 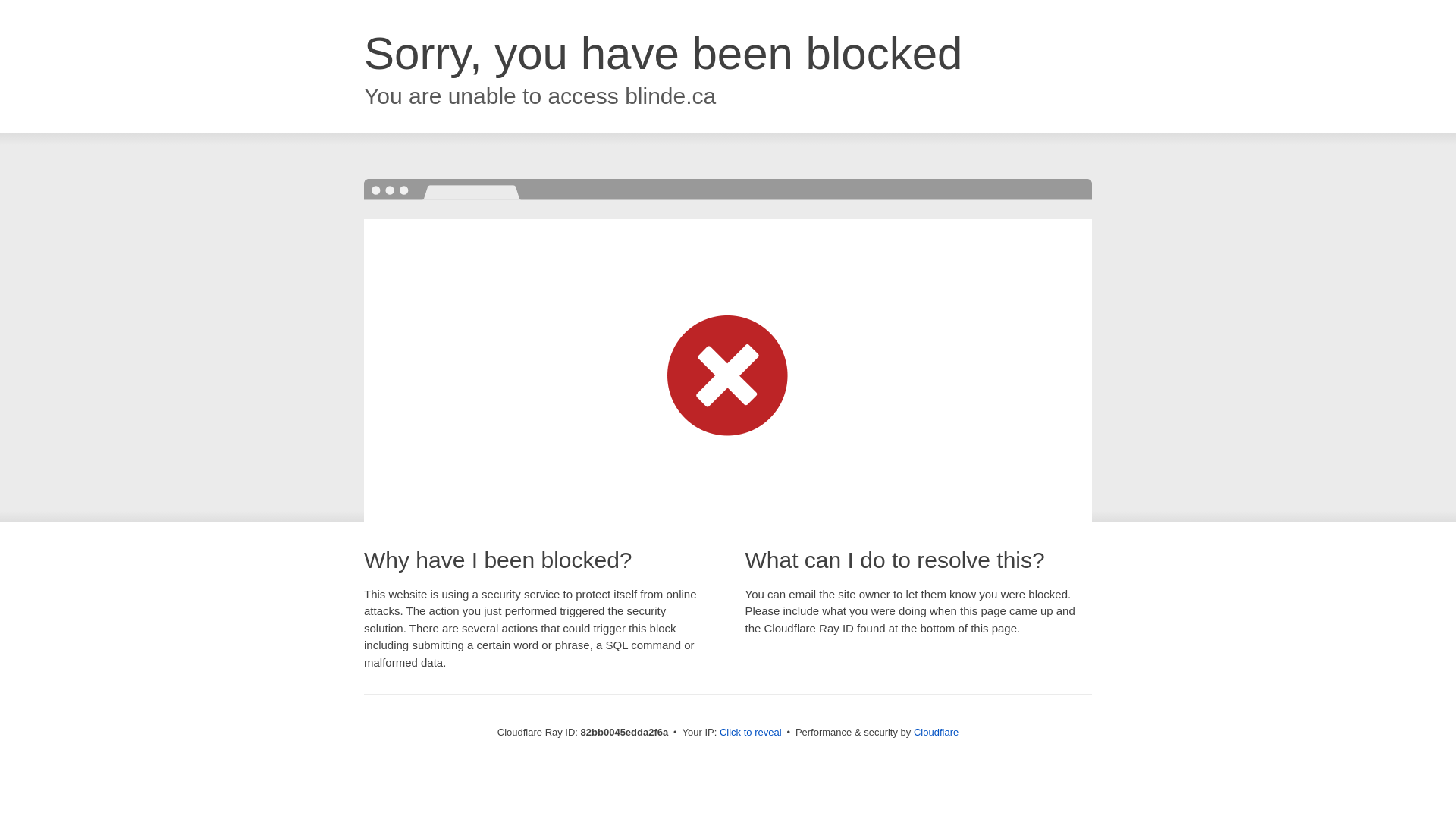 What do you see at coordinates (935, 731) in the screenshot?
I see `'Cloudflare'` at bounding box center [935, 731].